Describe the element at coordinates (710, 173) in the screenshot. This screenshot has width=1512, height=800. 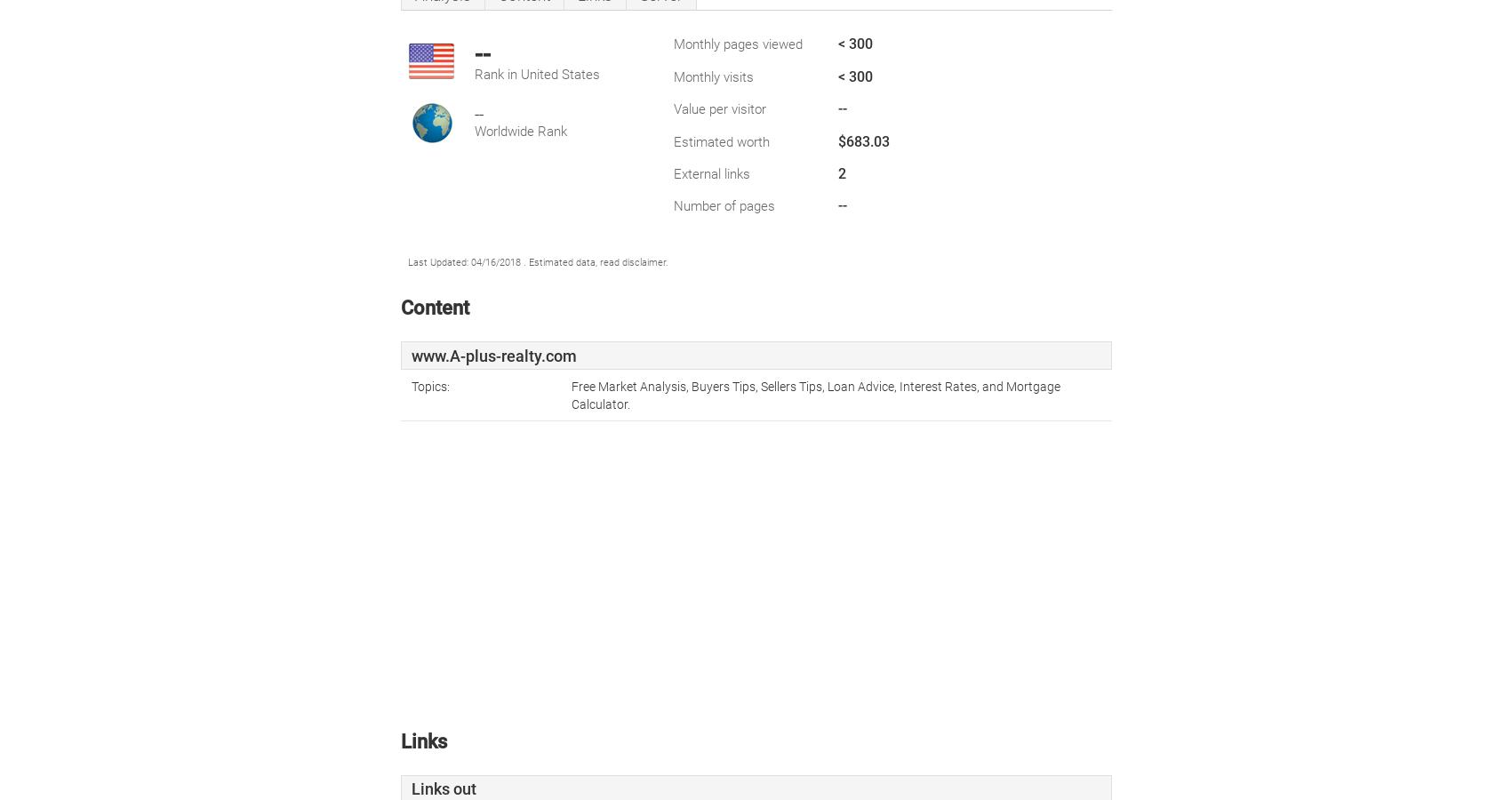
I see `'External links'` at that location.